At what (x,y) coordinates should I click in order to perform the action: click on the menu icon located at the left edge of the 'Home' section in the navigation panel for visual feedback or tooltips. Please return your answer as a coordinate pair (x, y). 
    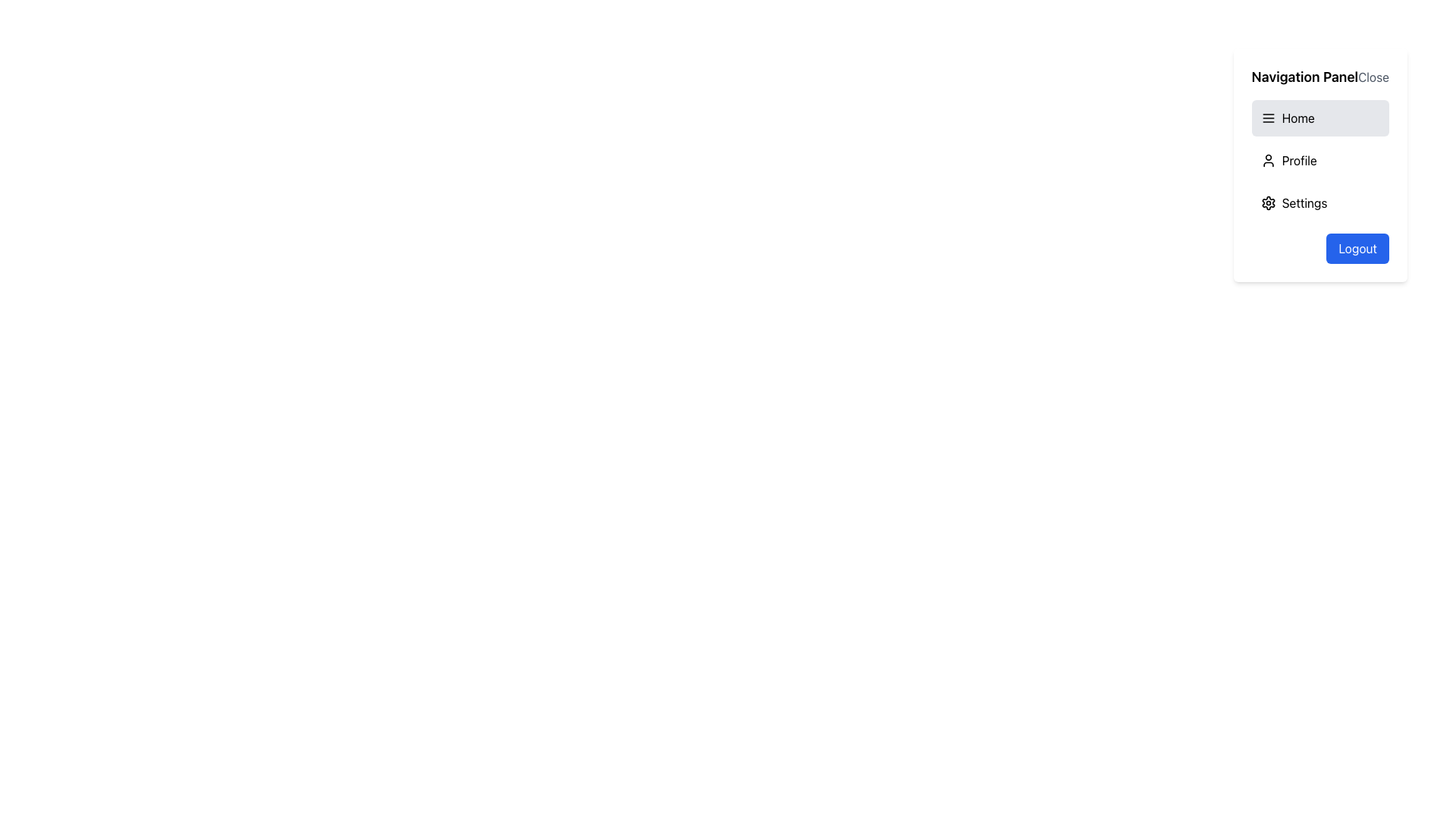
    Looking at the image, I should click on (1268, 117).